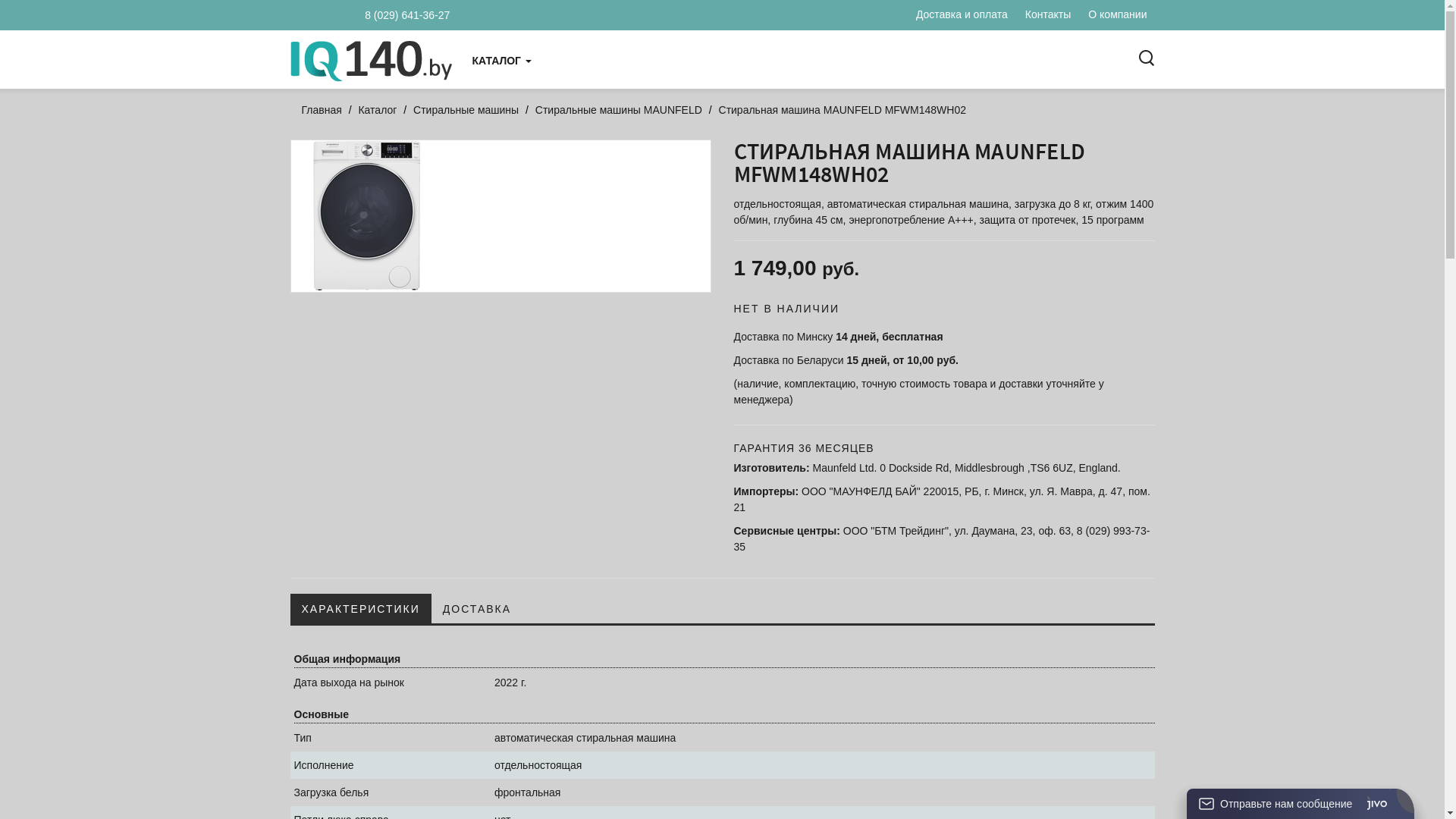  I want to click on '8 (029) 641-36-27', so click(394, 14).